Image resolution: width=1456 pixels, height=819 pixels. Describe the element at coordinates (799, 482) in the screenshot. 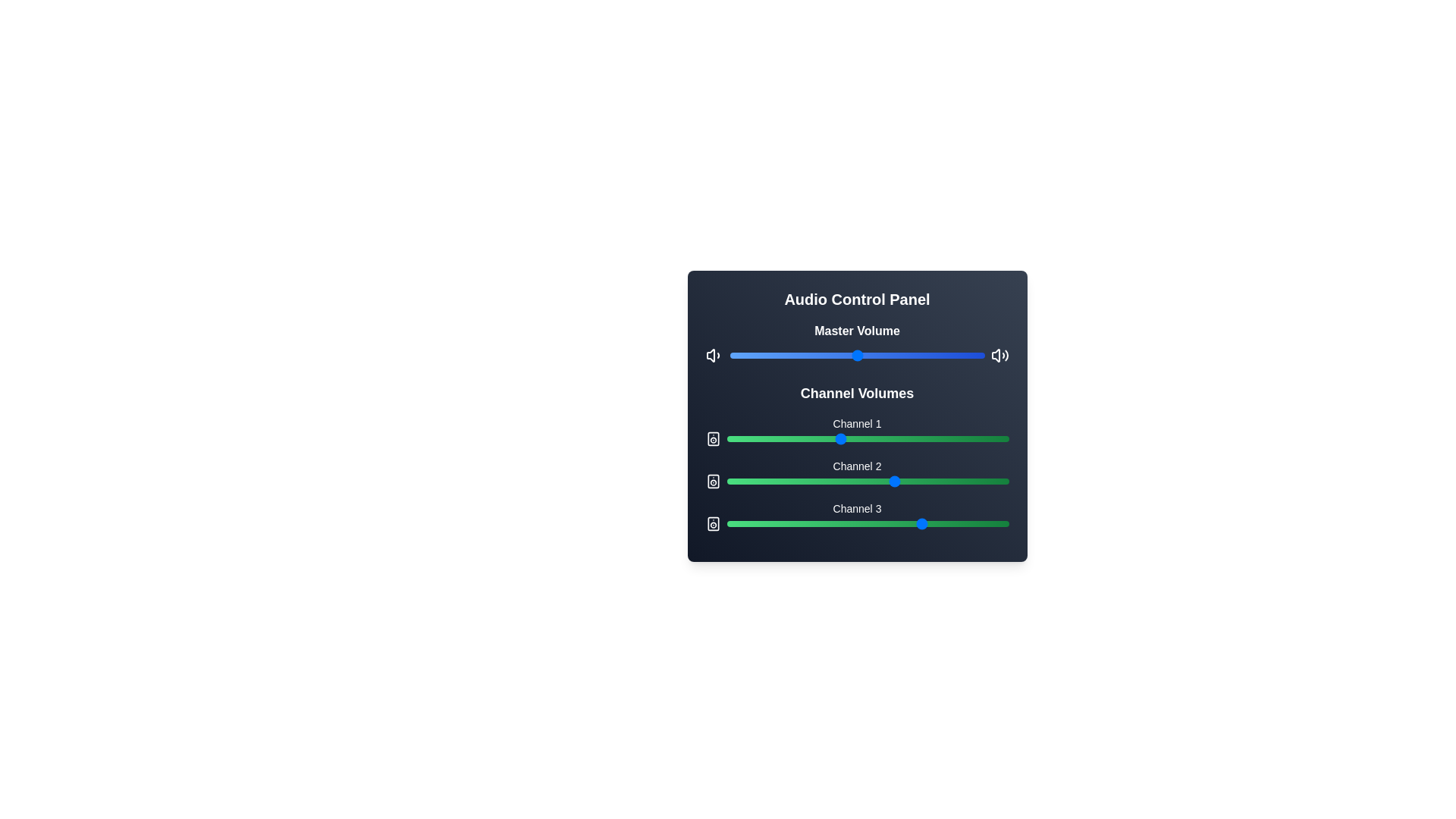

I see `the volume of Channel 2` at that location.